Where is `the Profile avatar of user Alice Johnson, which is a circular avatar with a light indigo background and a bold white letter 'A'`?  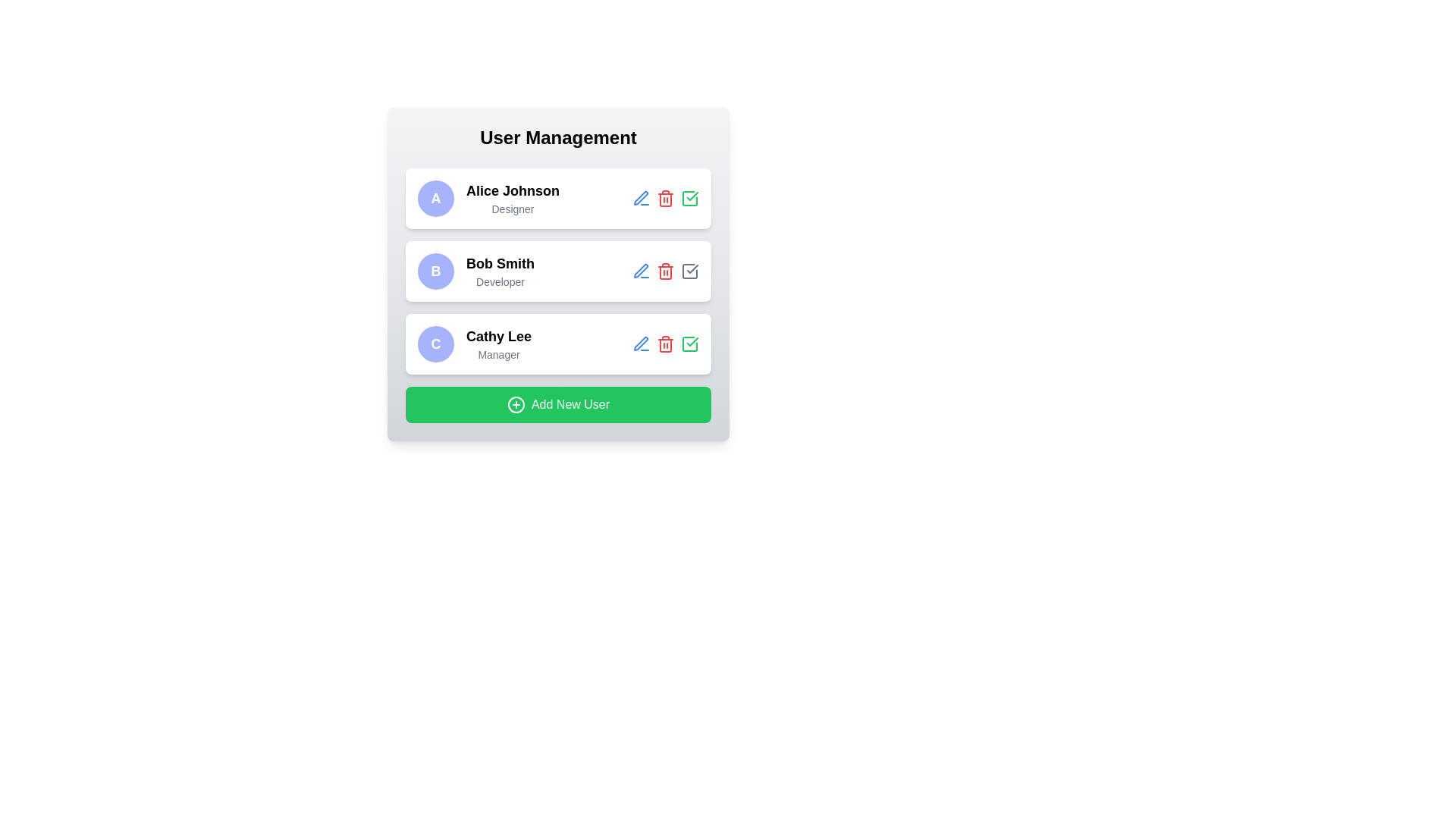
the Profile avatar of user Alice Johnson, which is a circular avatar with a light indigo background and a bold white letter 'A' is located at coordinates (435, 198).